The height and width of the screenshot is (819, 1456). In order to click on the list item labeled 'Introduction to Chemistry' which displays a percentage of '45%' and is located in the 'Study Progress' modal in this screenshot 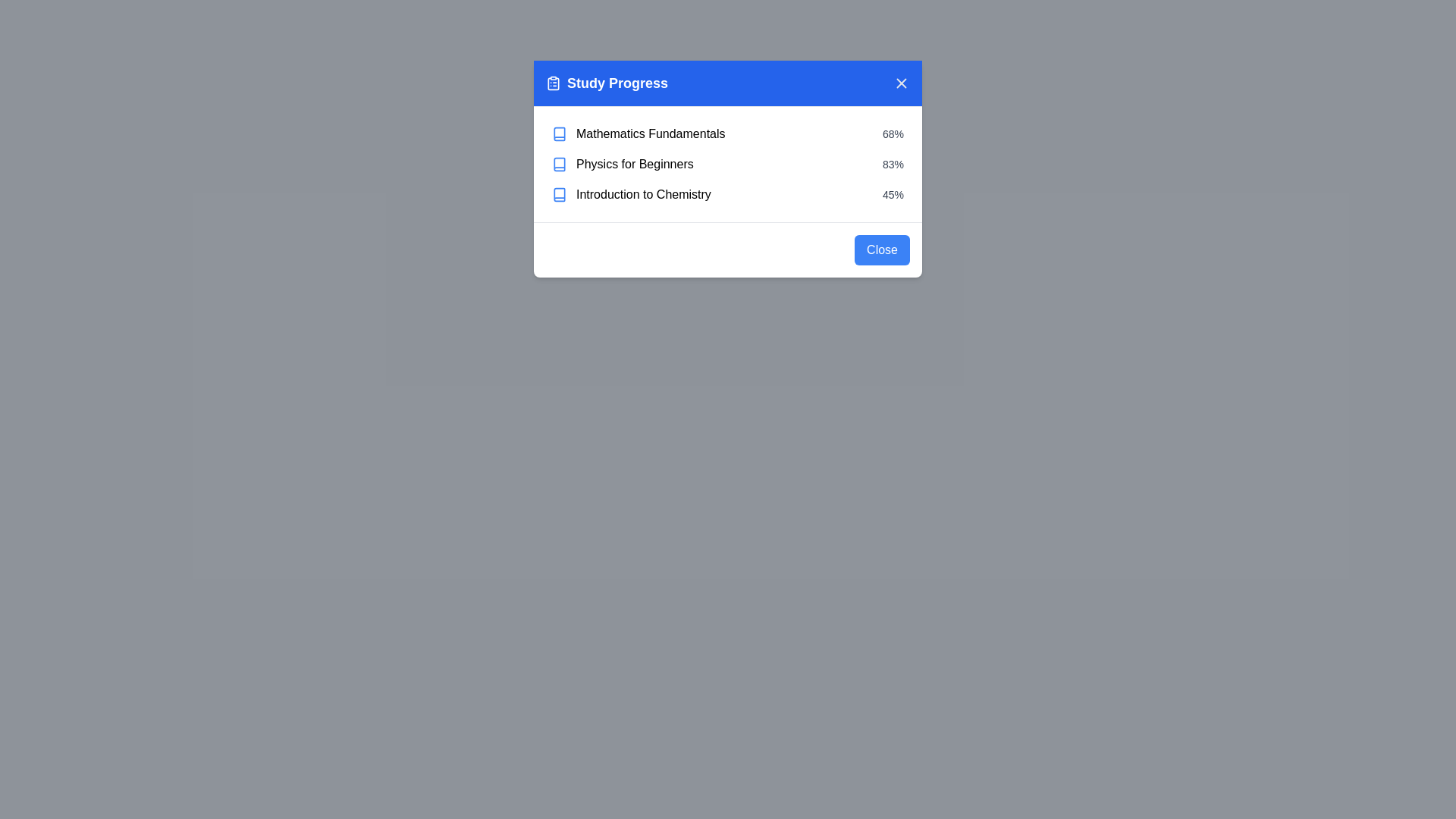, I will do `click(728, 194)`.